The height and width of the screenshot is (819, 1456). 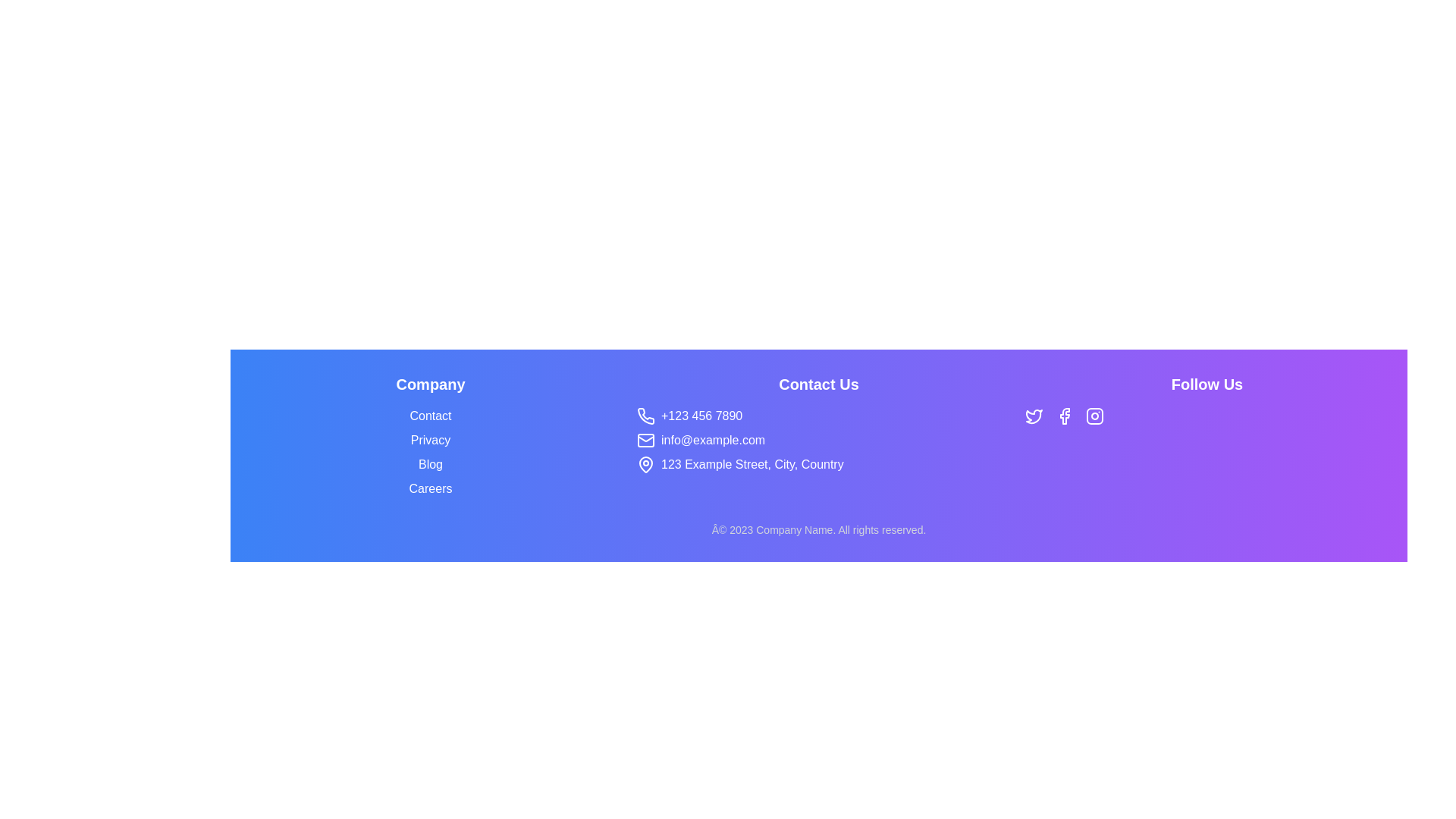 What do you see at coordinates (818, 383) in the screenshot?
I see `the bold, extra-large 'Contact Us' text label, which is centrally located on a gradient background transitioning from blue to purple, positioned at the top of the contact information section` at bounding box center [818, 383].